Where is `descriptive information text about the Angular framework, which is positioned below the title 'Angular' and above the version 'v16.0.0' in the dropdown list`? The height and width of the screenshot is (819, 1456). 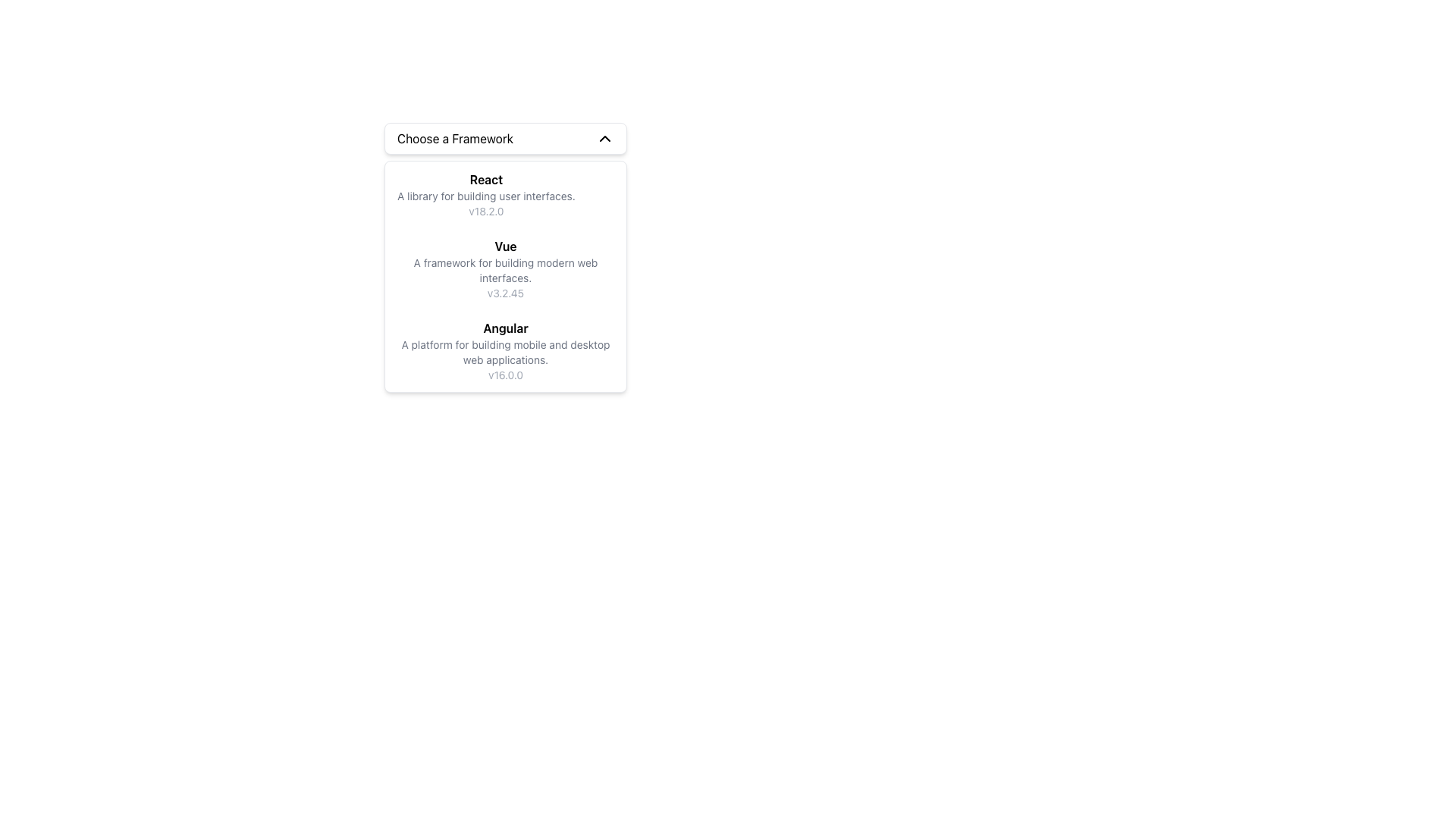 descriptive information text about the Angular framework, which is positioned below the title 'Angular' and above the version 'v16.0.0' in the dropdown list is located at coordinates (506, 353).